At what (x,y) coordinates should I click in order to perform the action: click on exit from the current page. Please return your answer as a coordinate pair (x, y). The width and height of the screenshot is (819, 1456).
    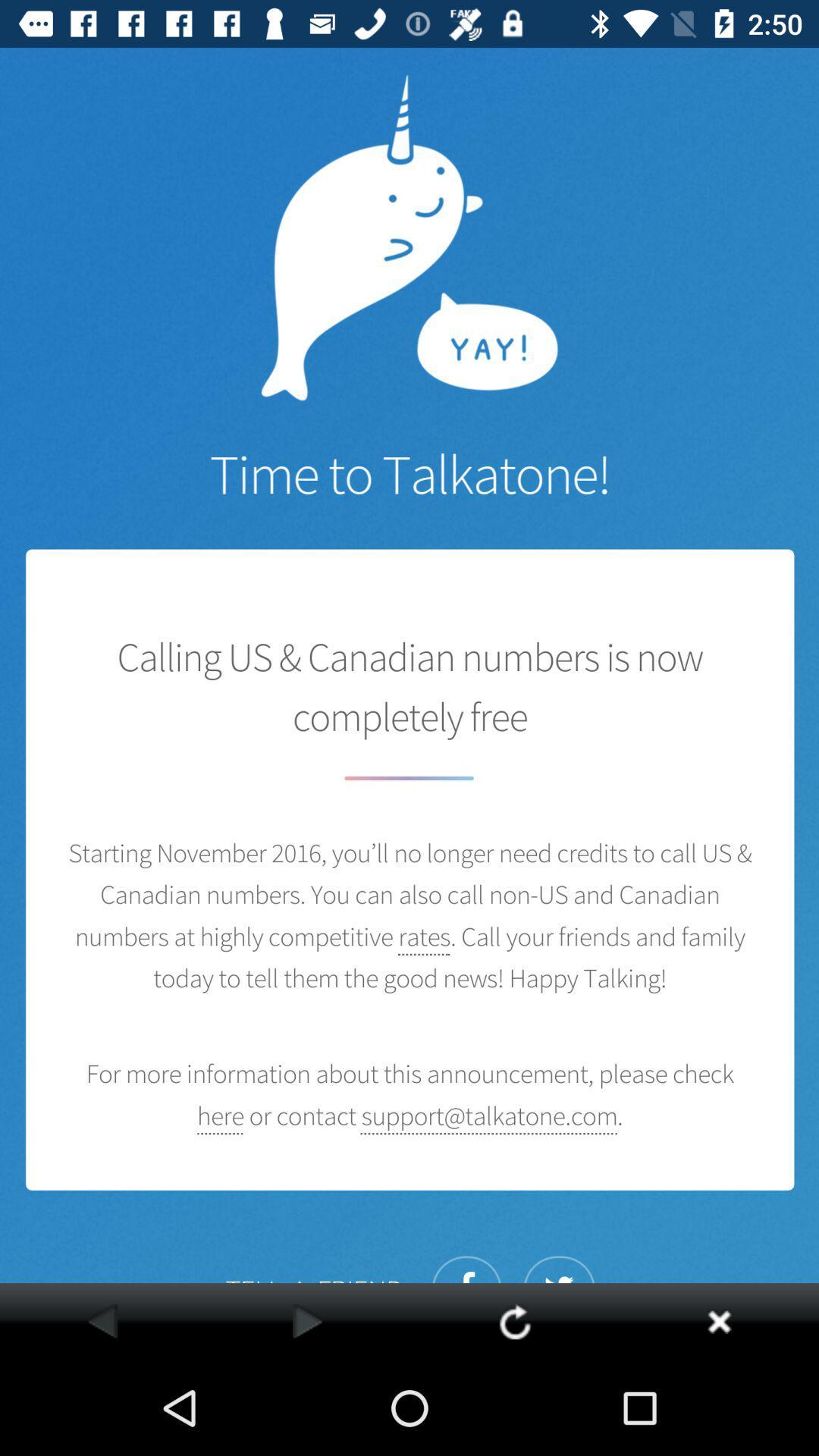
    Looking at the image, I should click on (718, 1320).